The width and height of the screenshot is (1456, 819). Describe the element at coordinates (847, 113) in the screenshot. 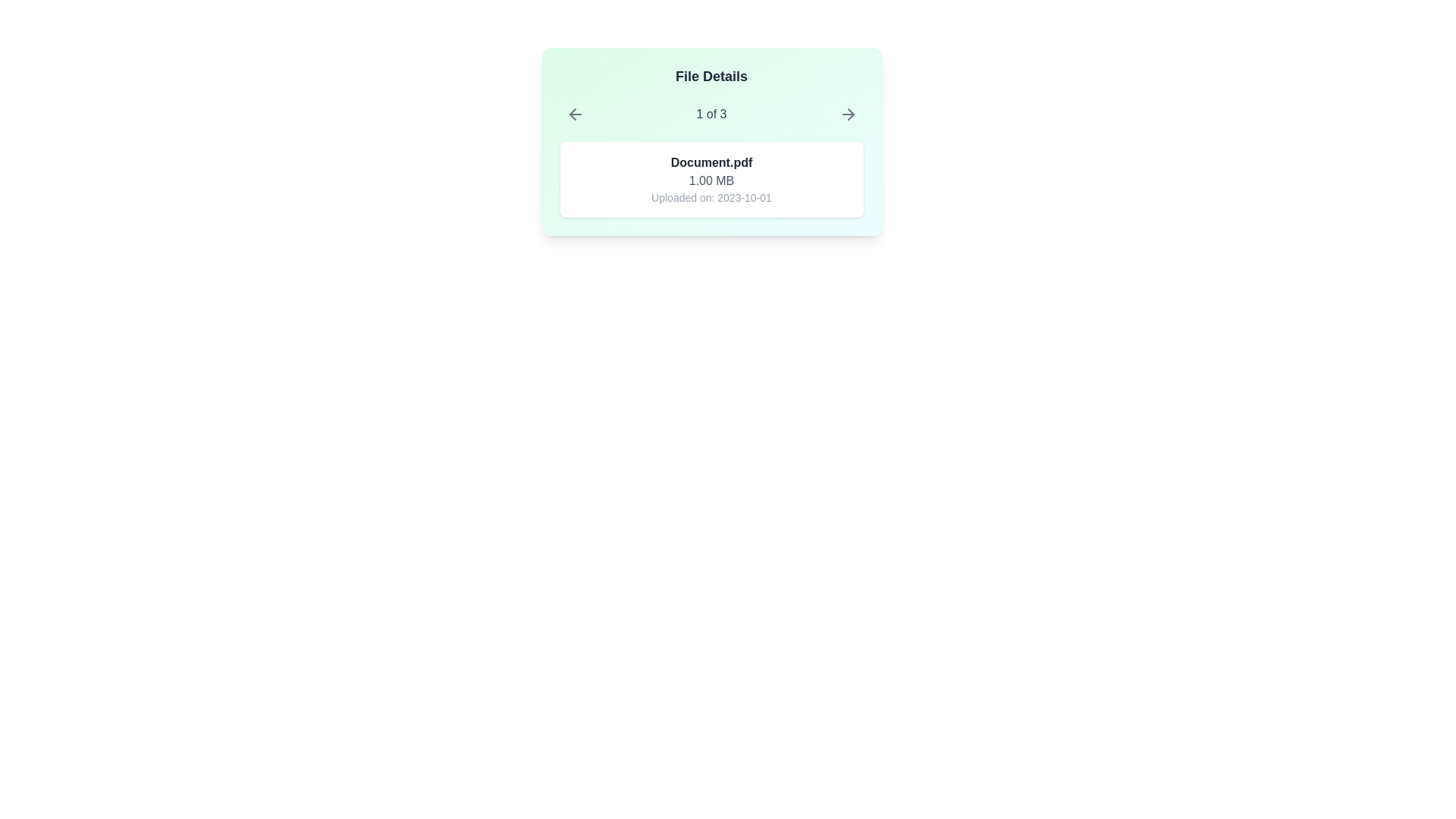

I see `the arrow icon button located in the top-right section of the card-like component, which is minimalistic with a gray color tone` at that location.